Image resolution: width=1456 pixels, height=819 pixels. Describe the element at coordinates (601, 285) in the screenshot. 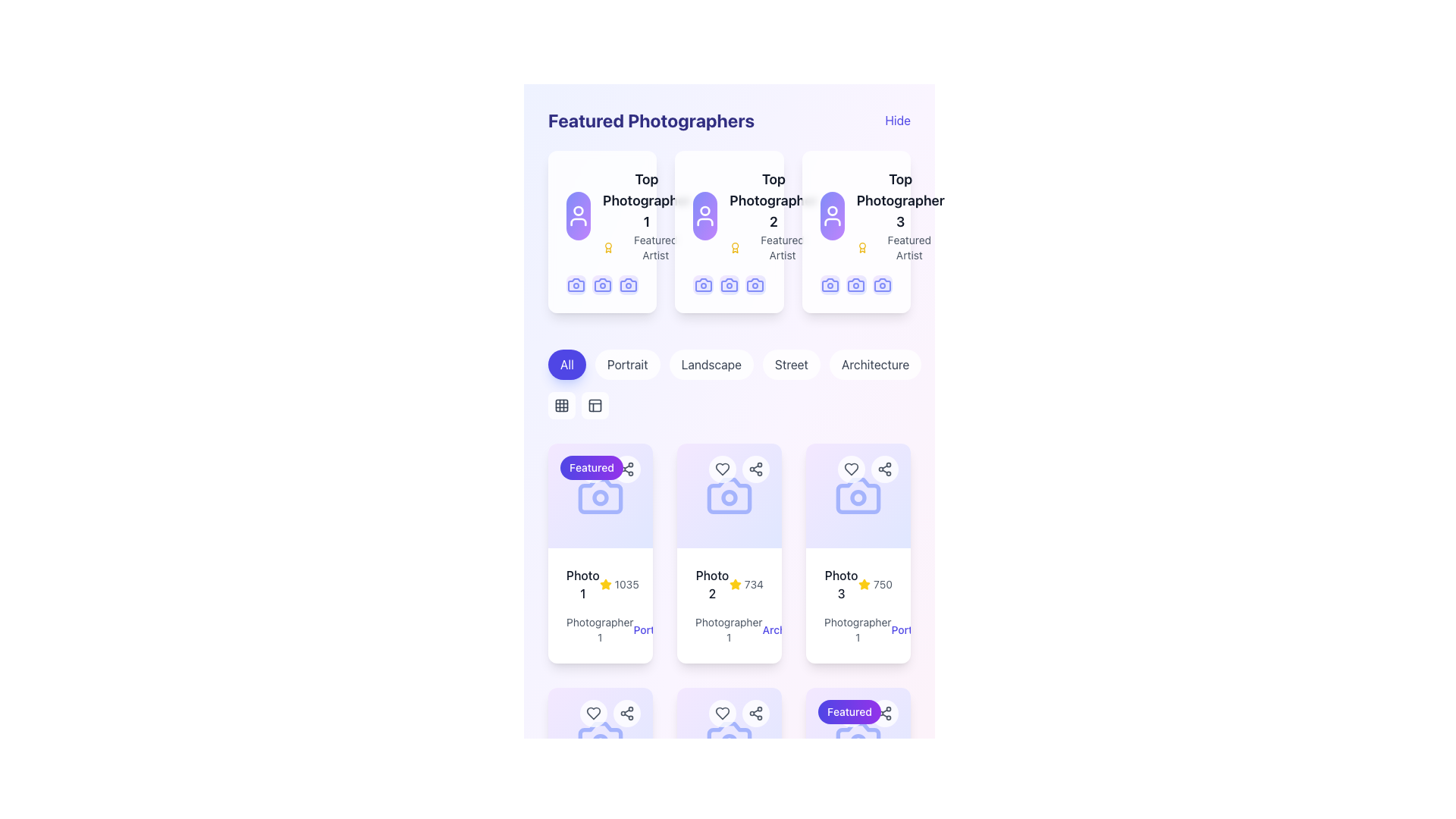

I see `the leftmost camera icon located beneath the text 'Top Photographer 1'` at that location.